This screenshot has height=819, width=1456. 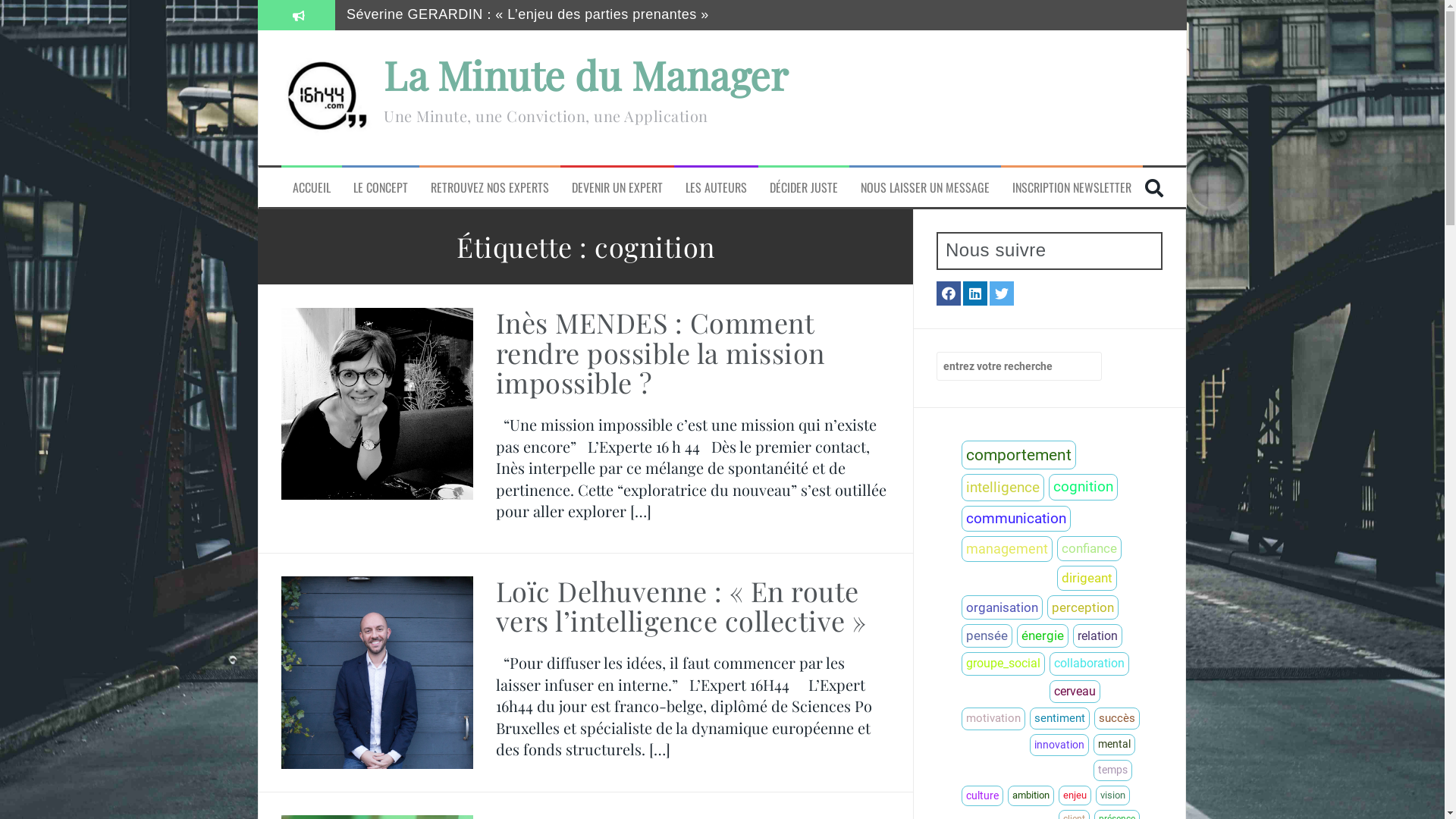 What do you see at coordinates (993, 718) in the screenshot?
I see `'motivation'` at bounding box center [993, 718].